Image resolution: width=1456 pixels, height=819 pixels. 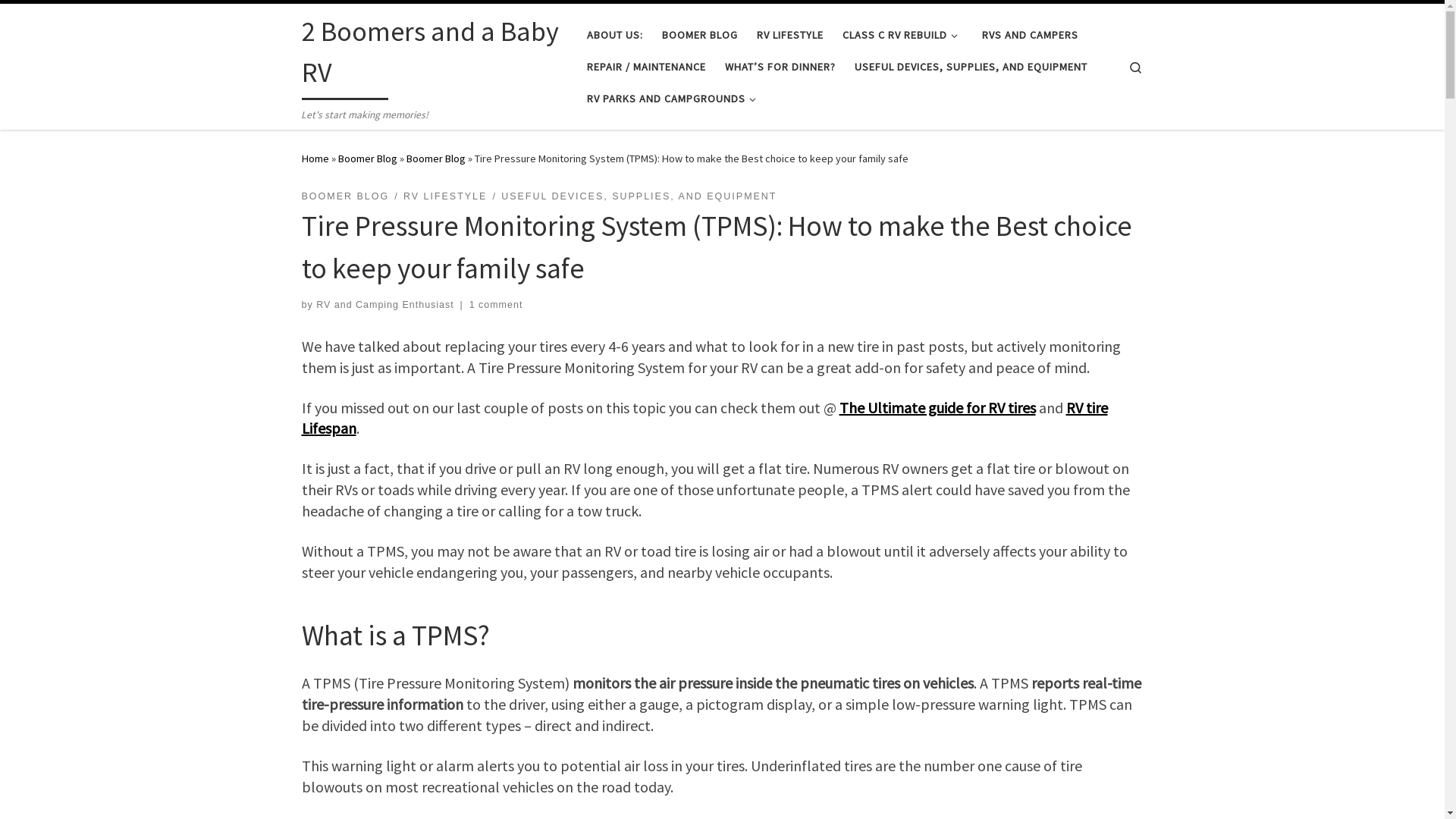 What do you see at coordinates (971, 66) in the screenshot?
I see `'USEFUL DEVICES, SUPPLIES, AND EQUIPMENT'` at bounding box center [971, 66].